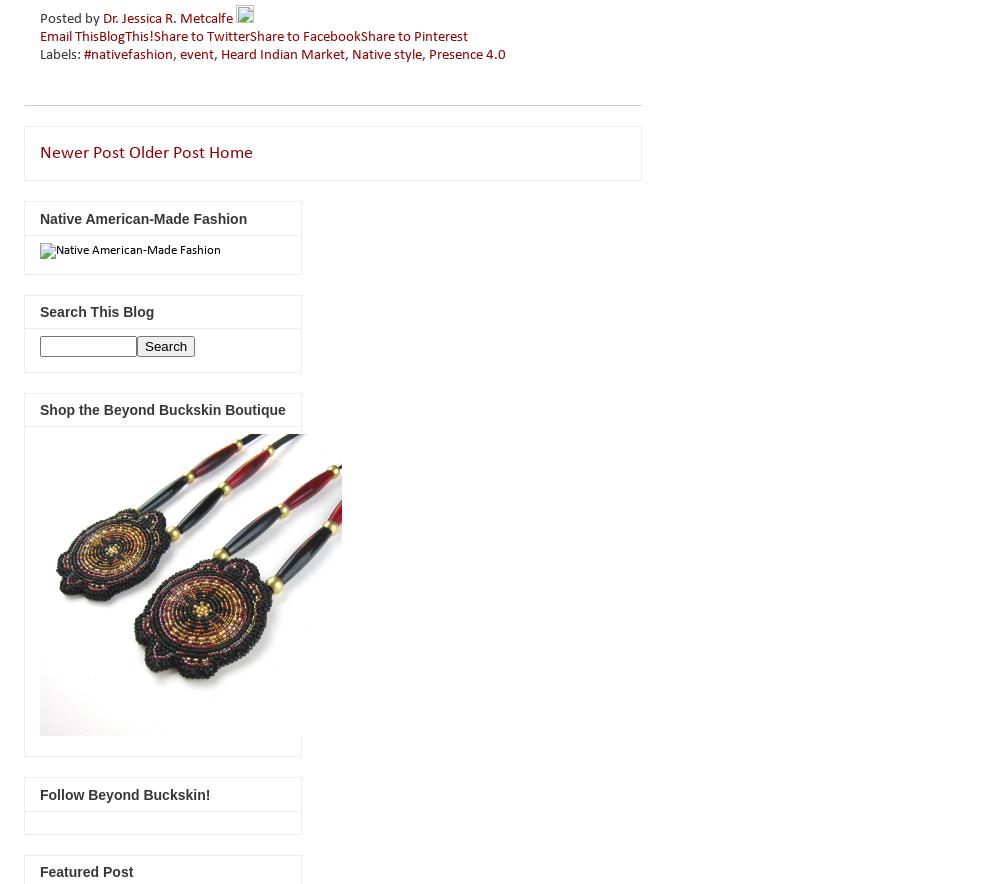 The image size is (984, 884). What do you see at coordinates (304, 37) in the screenshot?
I see `'Share to Facebook'` at bounding box center [304, 37].